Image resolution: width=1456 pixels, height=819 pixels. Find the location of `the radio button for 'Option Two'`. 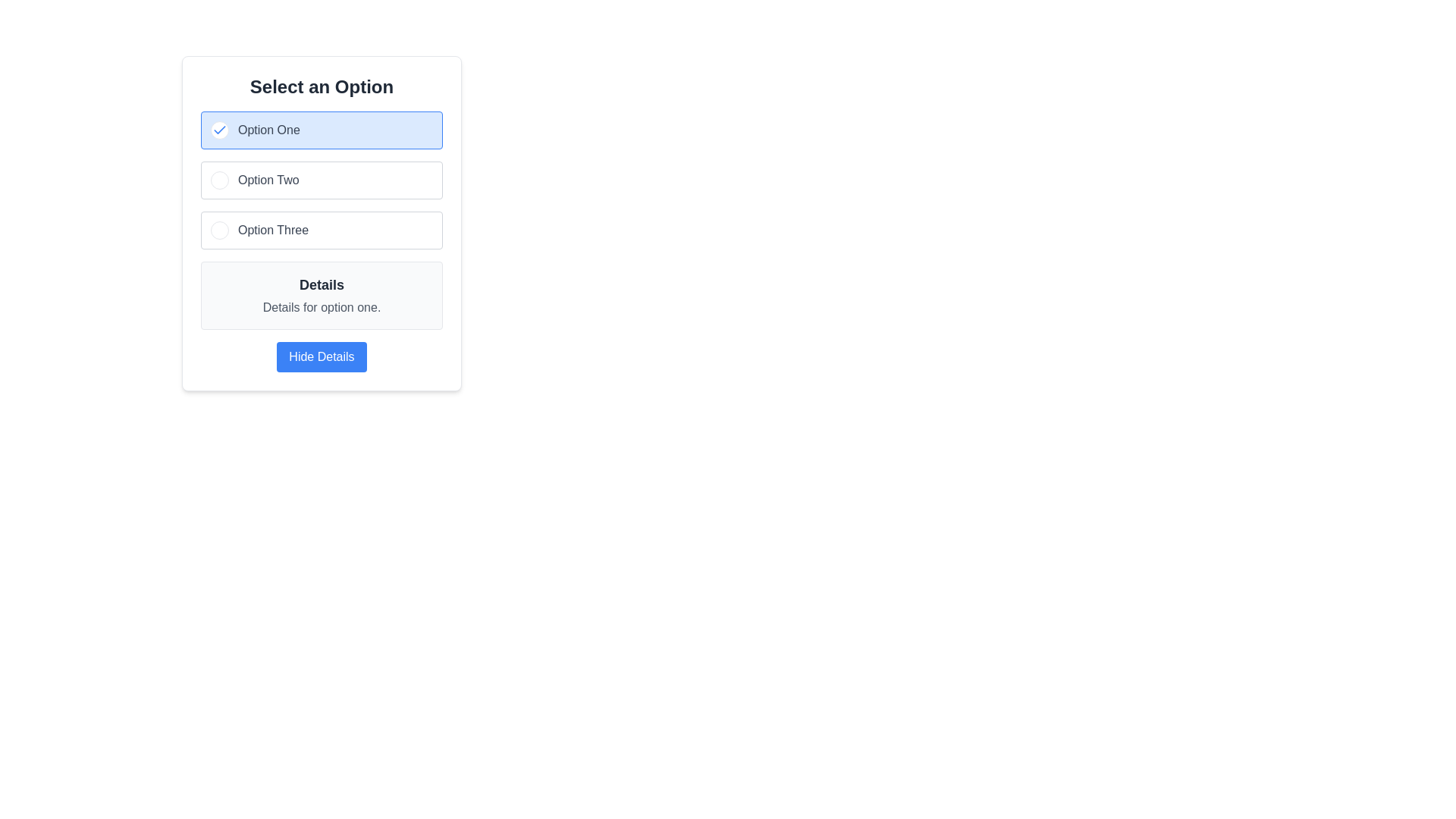

the radio button for 'Option Two' is located at coordinates (321, 180).